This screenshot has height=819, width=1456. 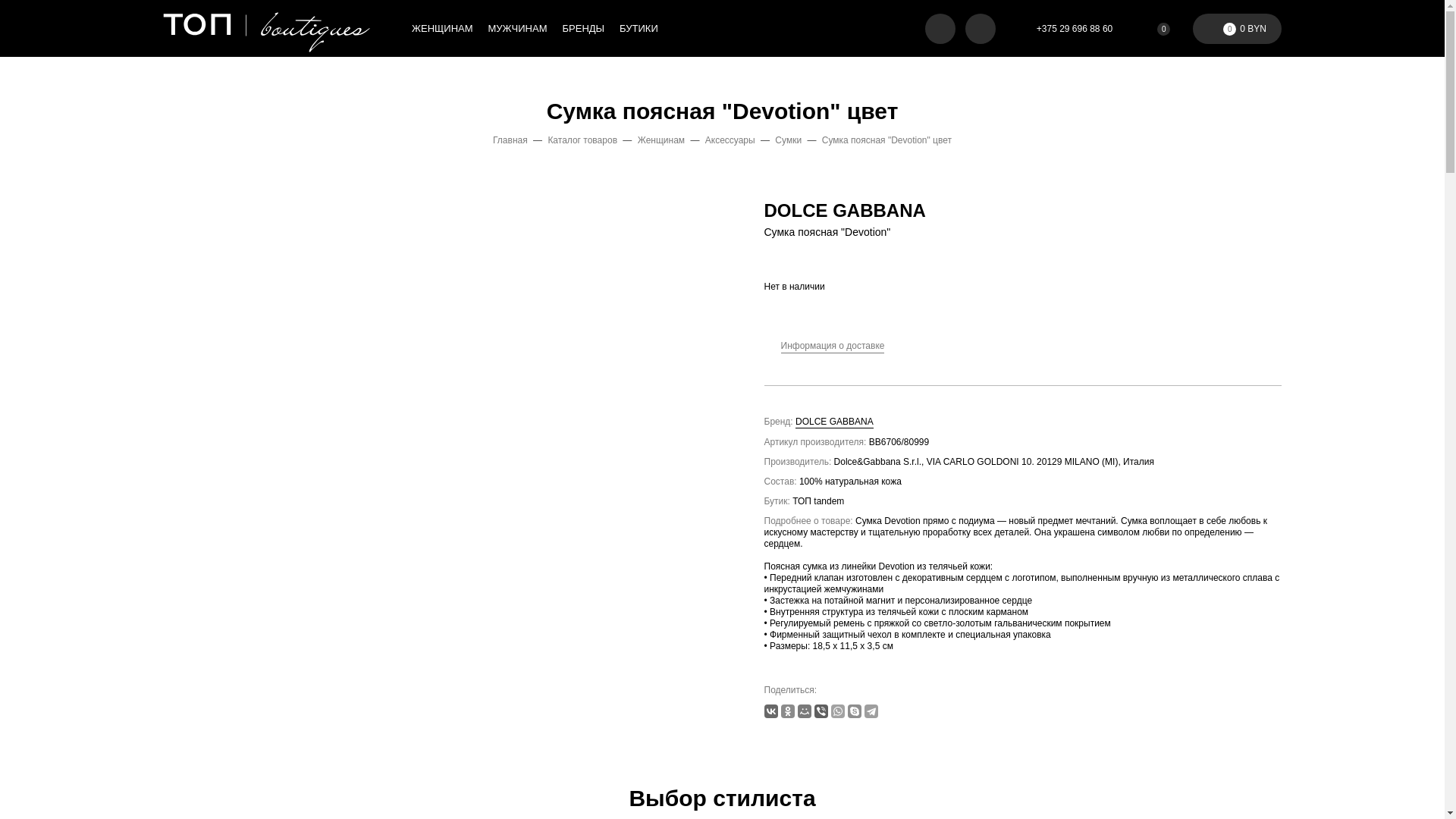 I want to click on '+375 29 696 88 60', so click(x=1065, y=29).